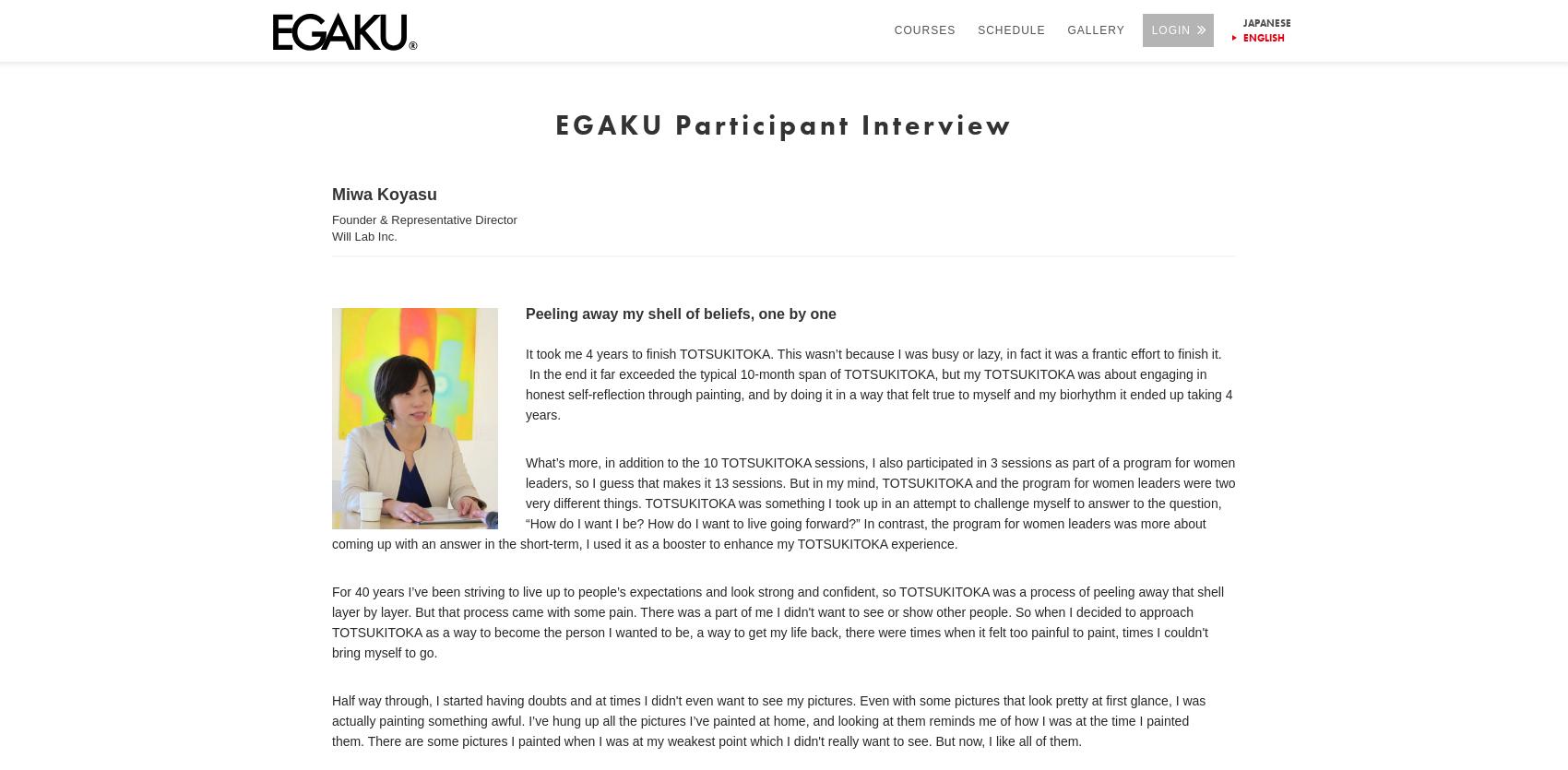  Describe the element at coordinates (923, 30) in the screenshot. I see `'COURSES'` at that location.